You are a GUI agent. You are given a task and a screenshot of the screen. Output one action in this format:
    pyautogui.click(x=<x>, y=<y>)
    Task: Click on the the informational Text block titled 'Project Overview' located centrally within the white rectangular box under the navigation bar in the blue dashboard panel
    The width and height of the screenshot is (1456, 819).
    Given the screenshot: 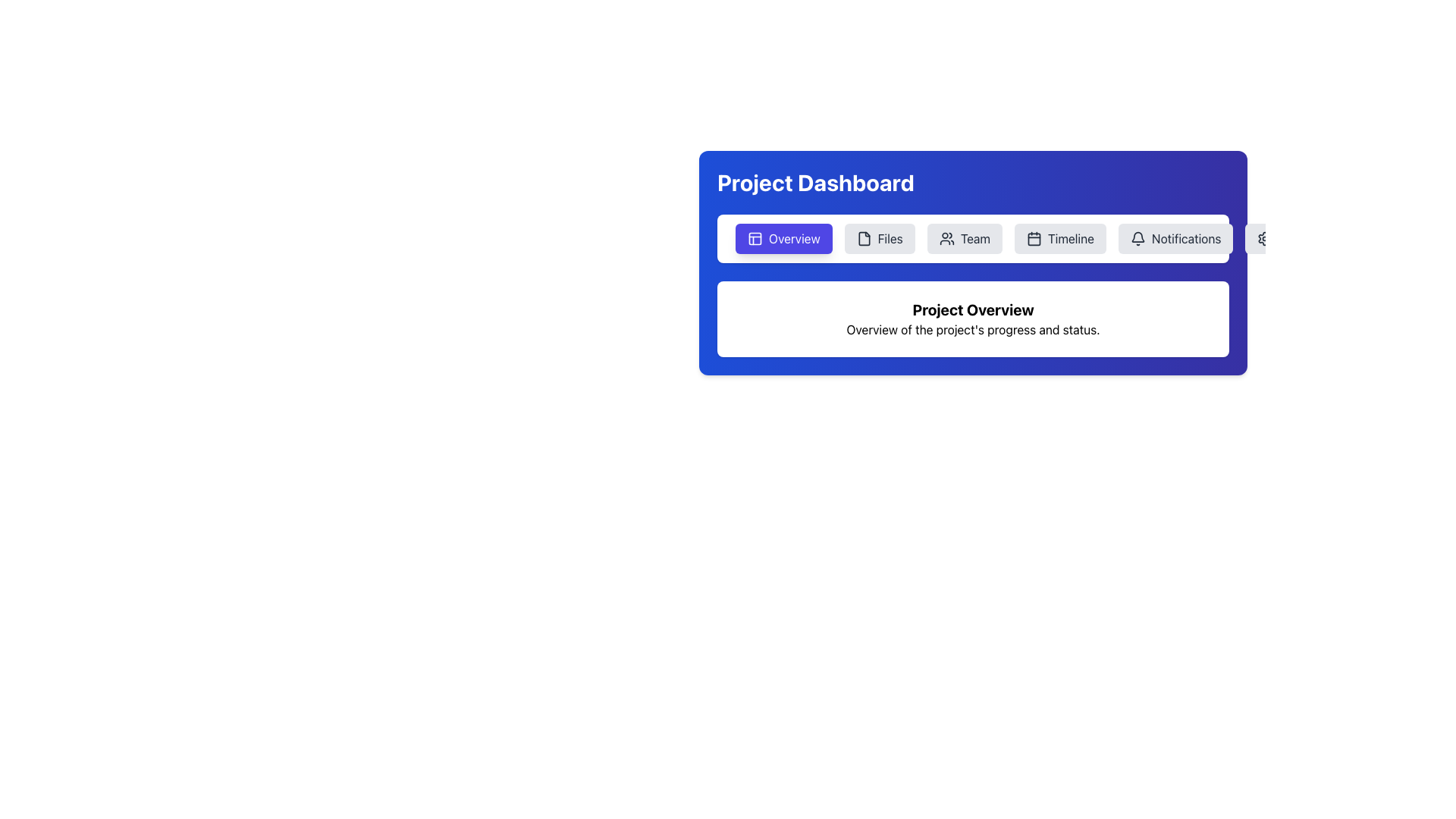 What is the action you would take?
    pyautogui.click(x=973, y=318)
    